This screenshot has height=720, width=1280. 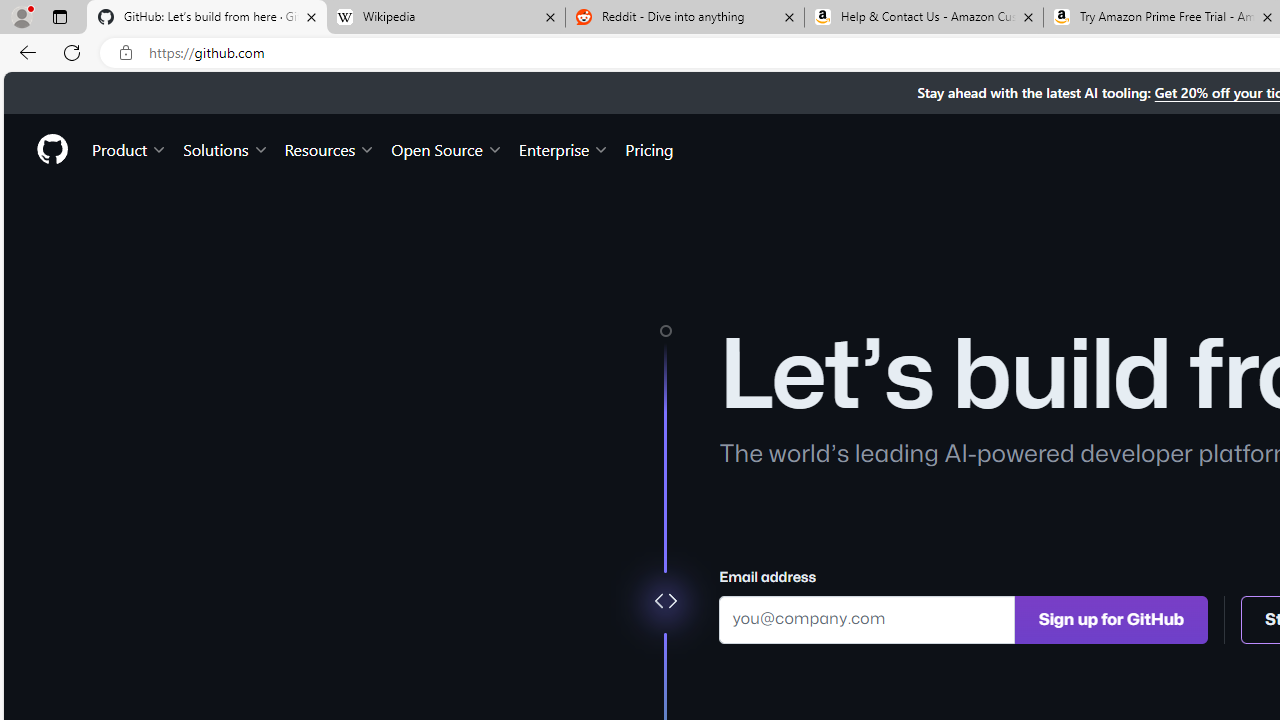 What do you see at coordinates (225, 148) in the screenshot?
I see `'Solutions'` at bounding box center [225, 148].